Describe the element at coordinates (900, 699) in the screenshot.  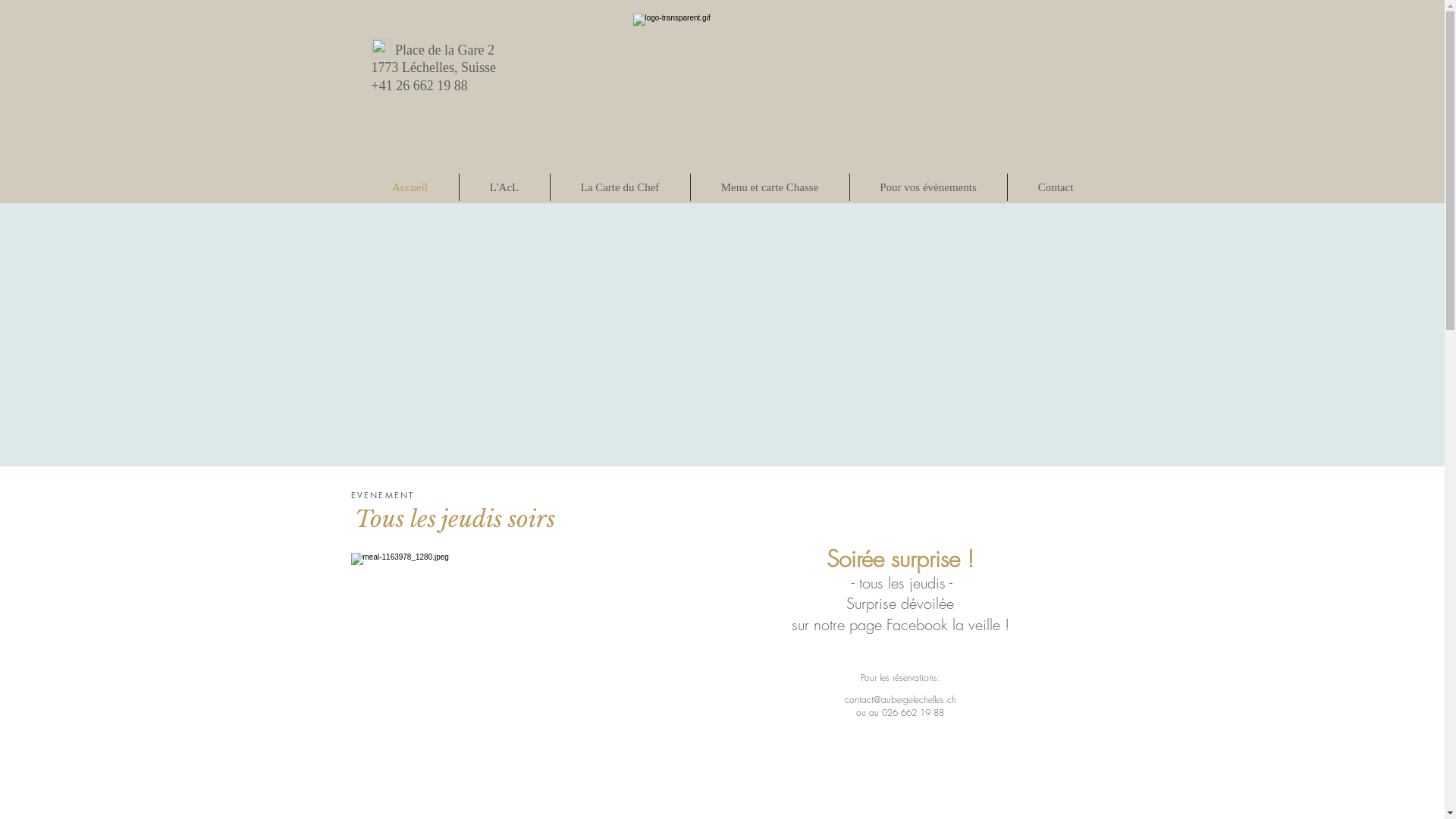
I see `'contact@aubergelechelles.ch'` at that location.